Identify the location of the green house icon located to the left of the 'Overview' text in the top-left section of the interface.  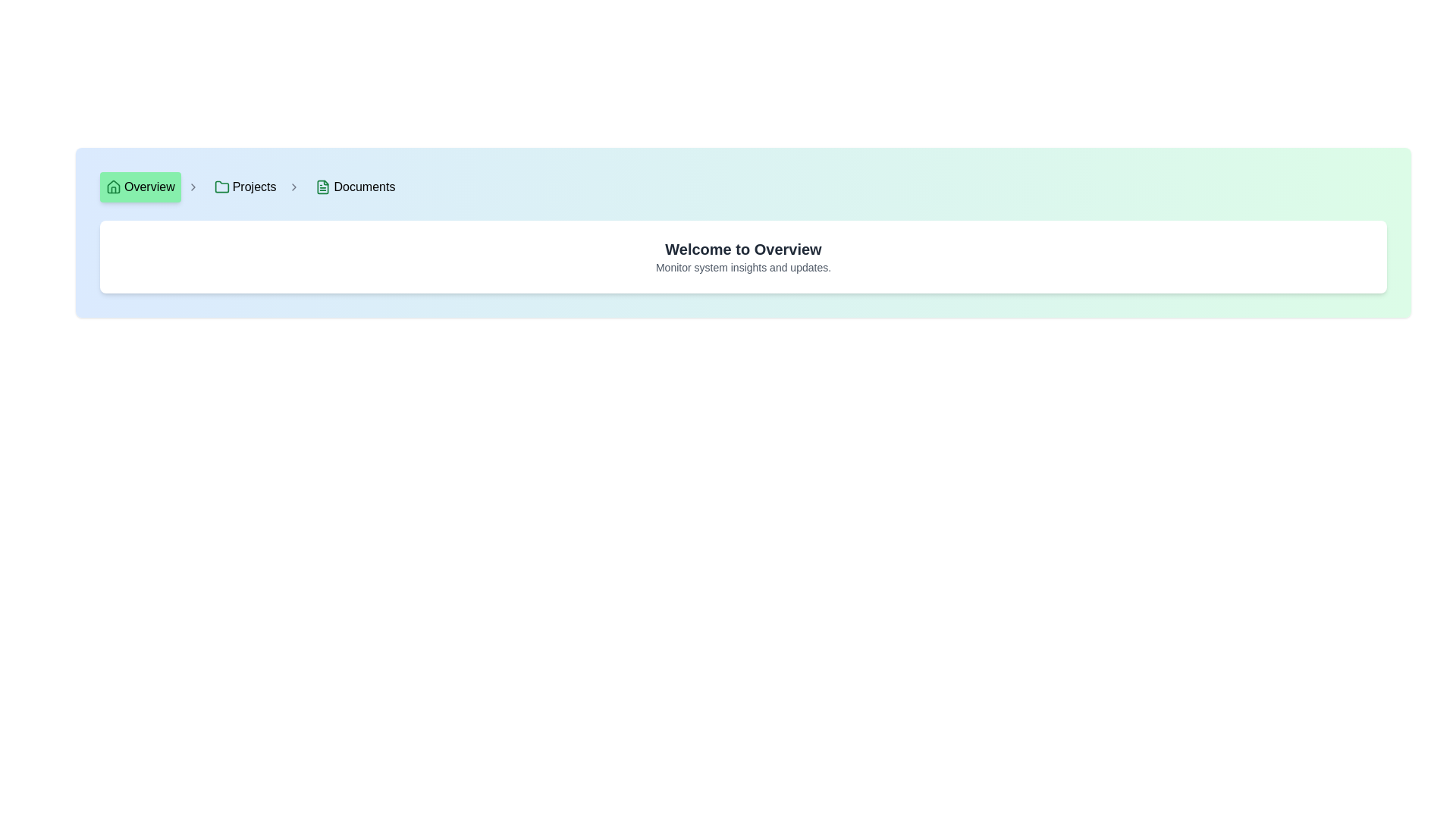
(112, 186).